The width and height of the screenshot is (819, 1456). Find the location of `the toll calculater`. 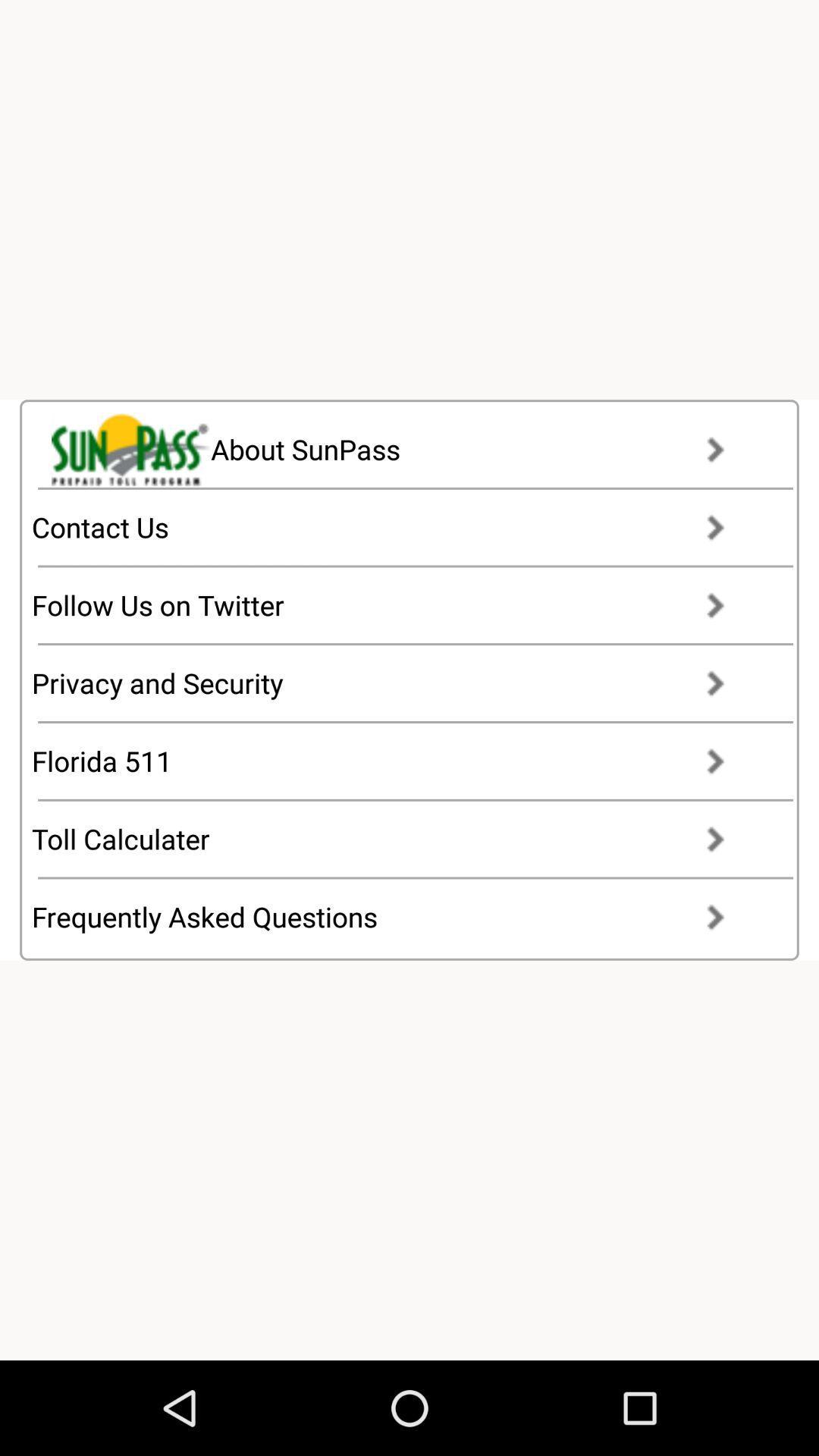

the toll calculater is located at coordinates (391, 838).